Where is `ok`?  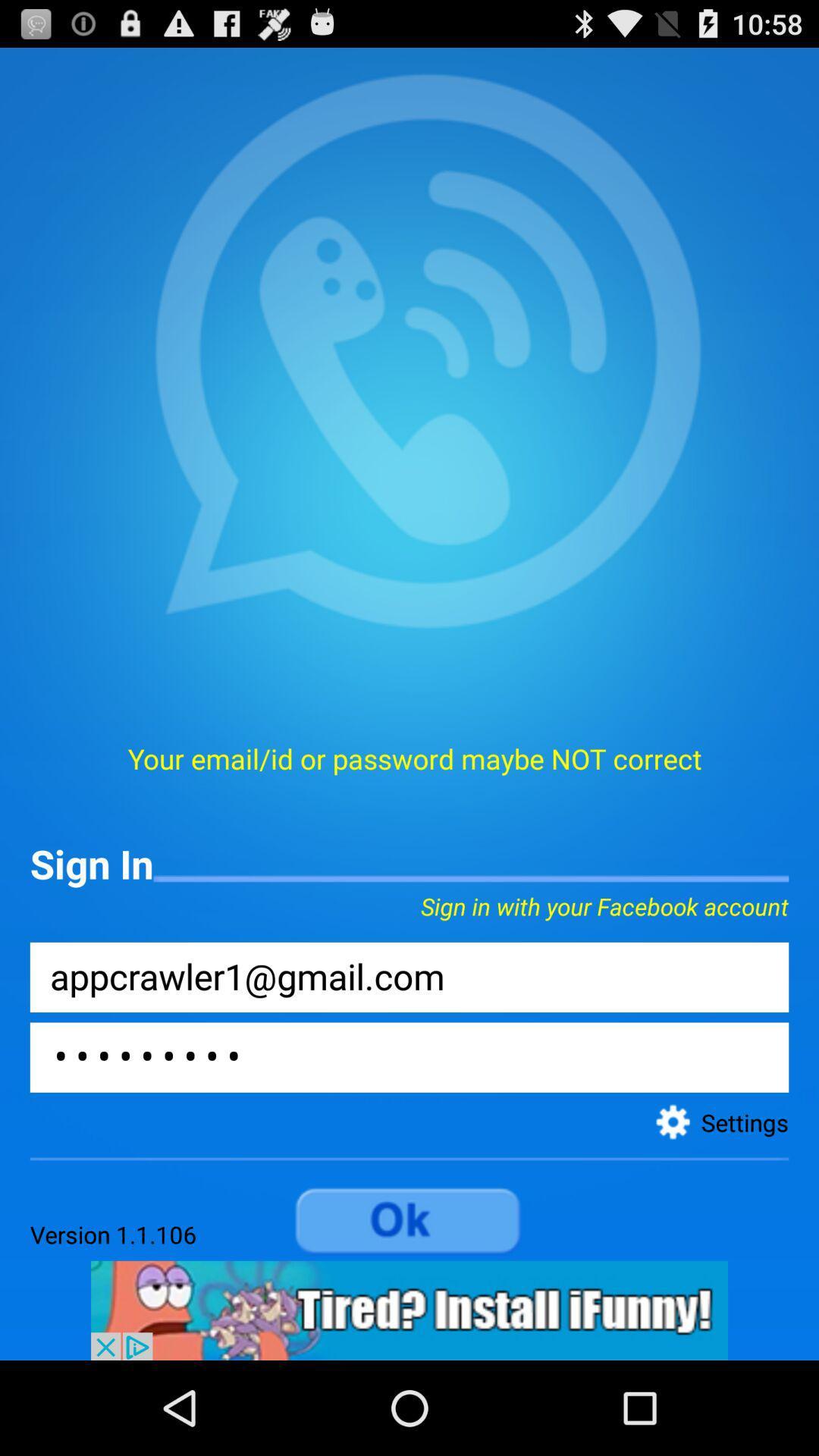 ok is located at coordinates (409, 1222).